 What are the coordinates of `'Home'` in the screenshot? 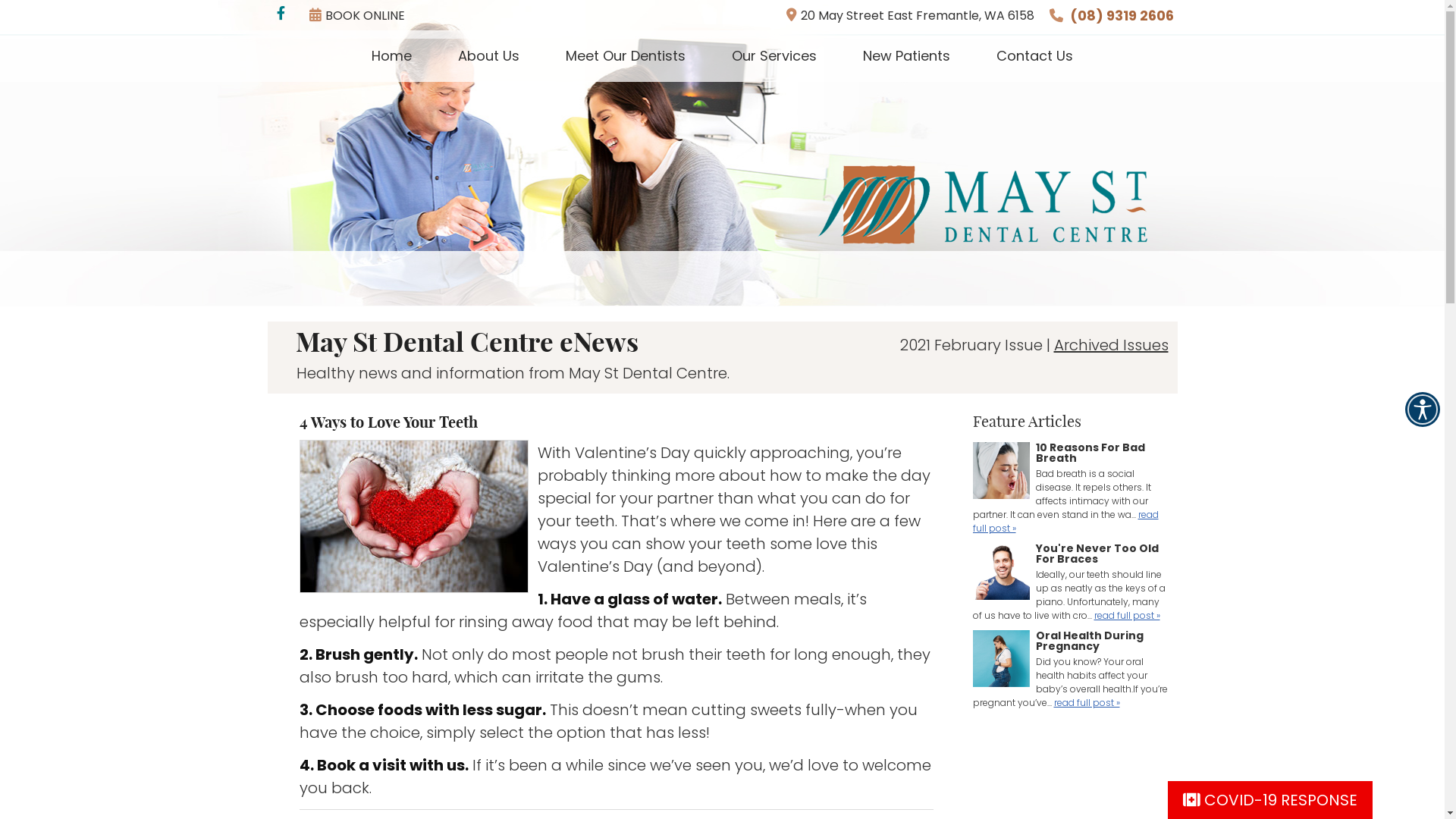 It's located at (392, 55).